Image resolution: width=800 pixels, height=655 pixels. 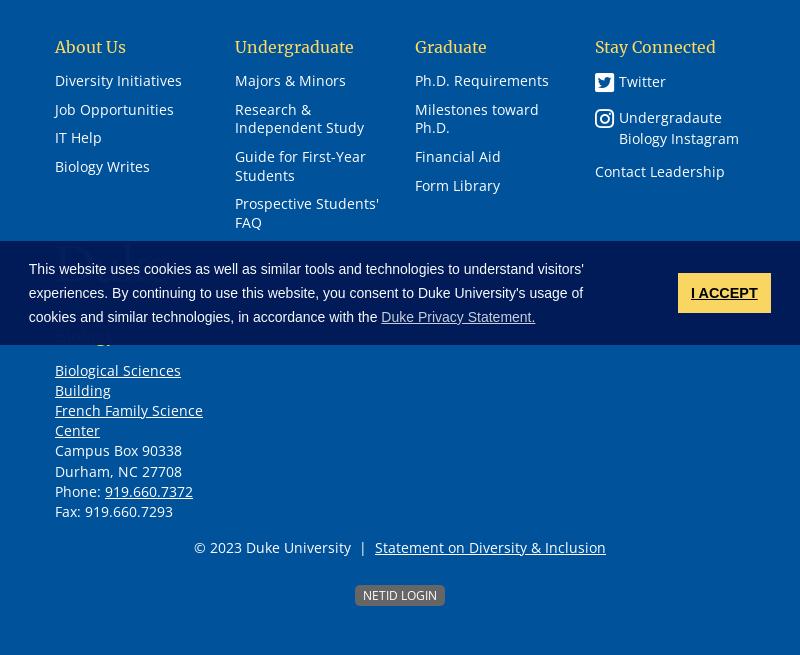 I want to click on 'Research & Independent Study', so click(x=299, y=118).